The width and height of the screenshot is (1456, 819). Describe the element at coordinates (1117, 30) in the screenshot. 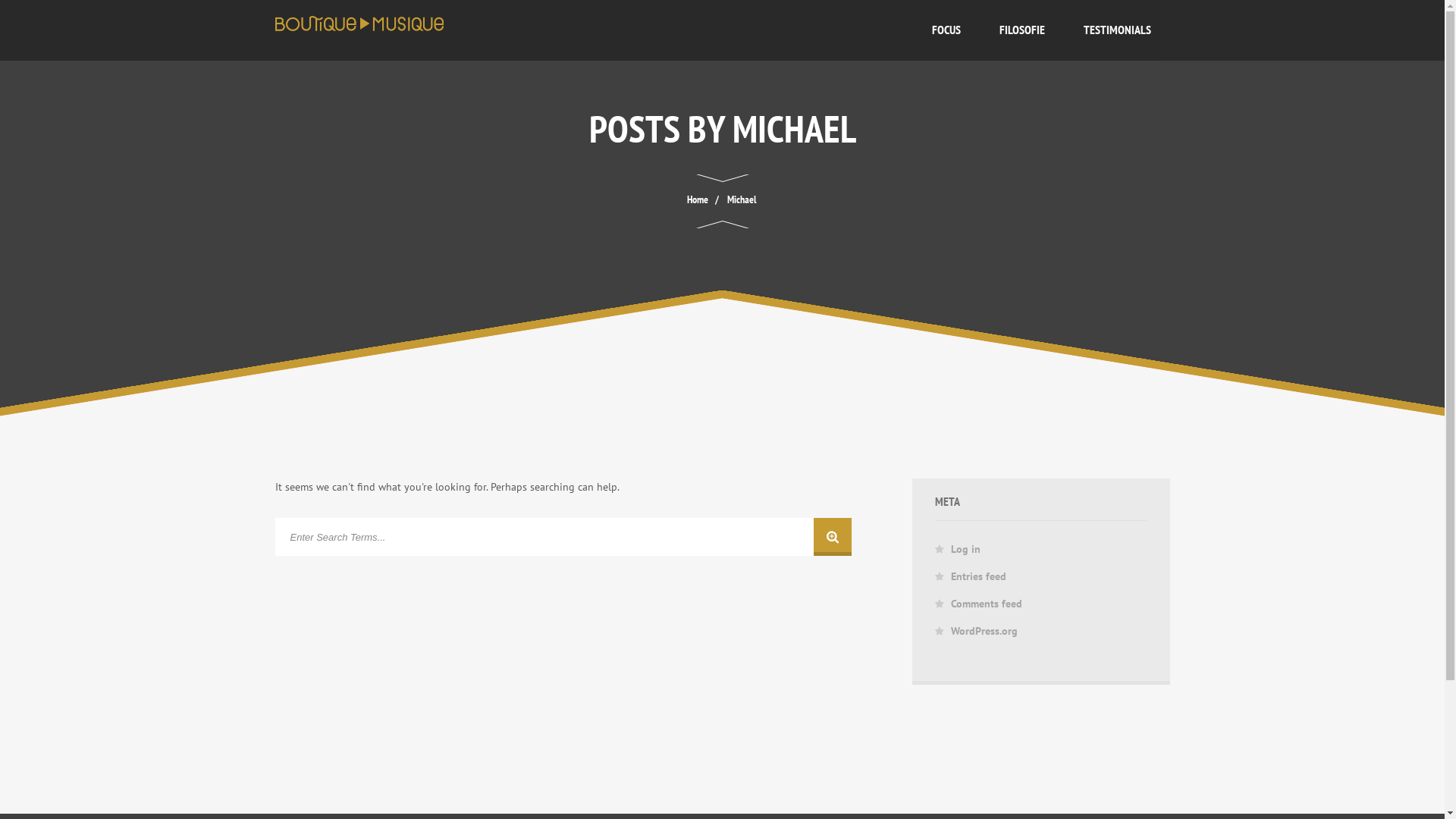

I see `'TESTIMONIALS'` at that location.